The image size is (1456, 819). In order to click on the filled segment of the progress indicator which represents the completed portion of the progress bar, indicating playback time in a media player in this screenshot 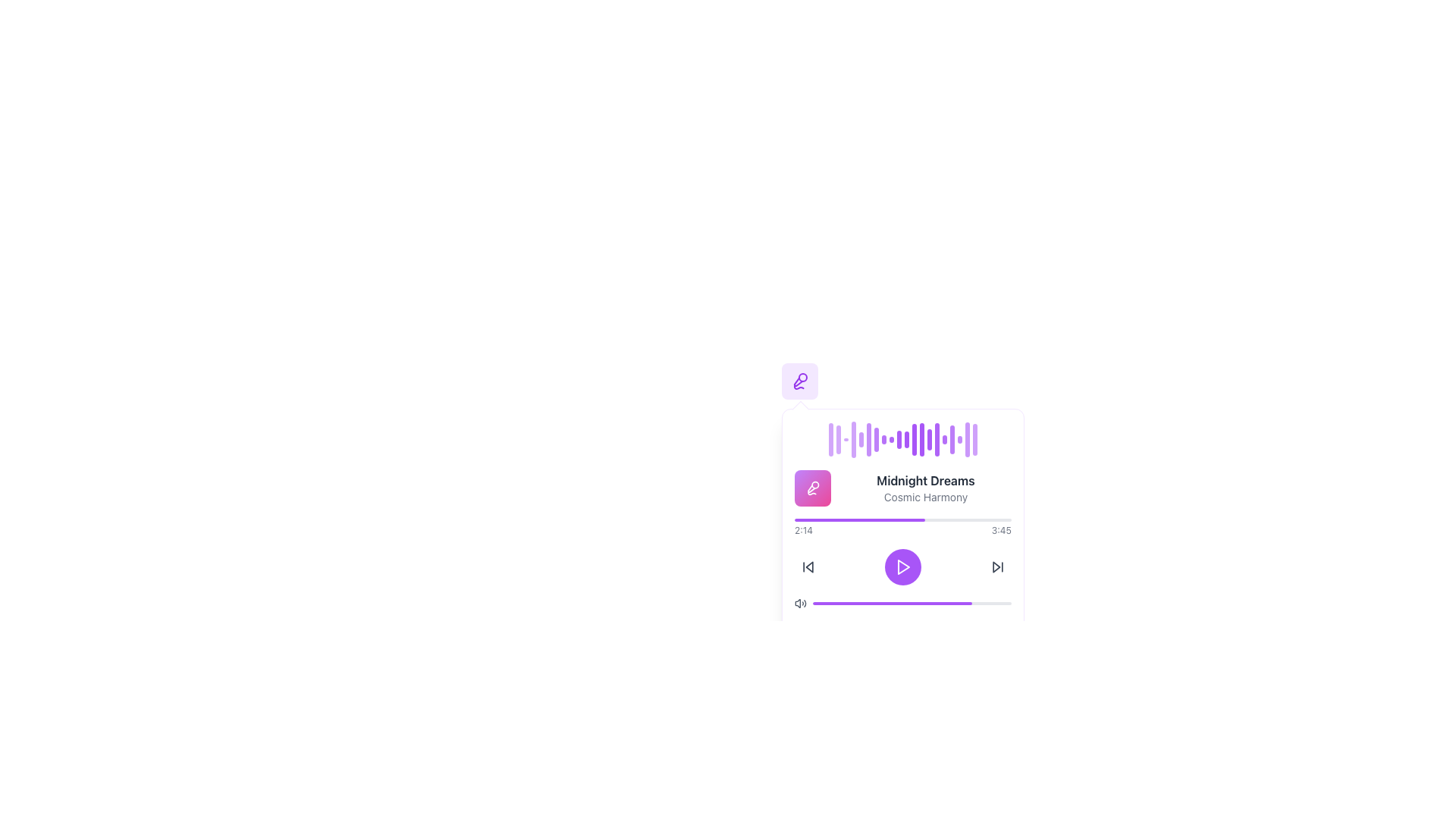, I will do `click(859, 519)`.